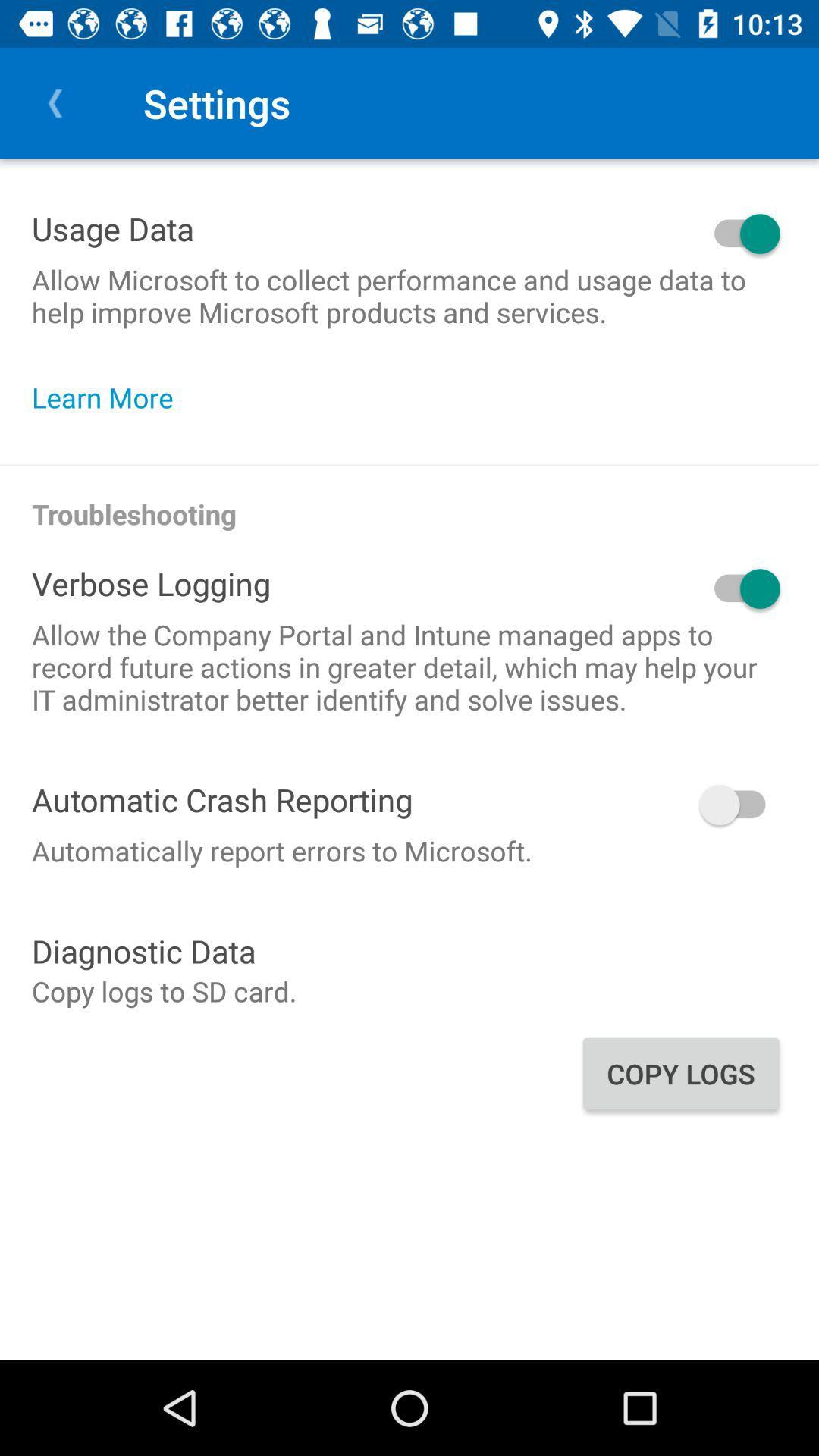 The height and width of the screenshot is (1456, 819). Describe the element at coordinates (55, 102) in the screenshot. I see `icon to the left of the settings` at that location.